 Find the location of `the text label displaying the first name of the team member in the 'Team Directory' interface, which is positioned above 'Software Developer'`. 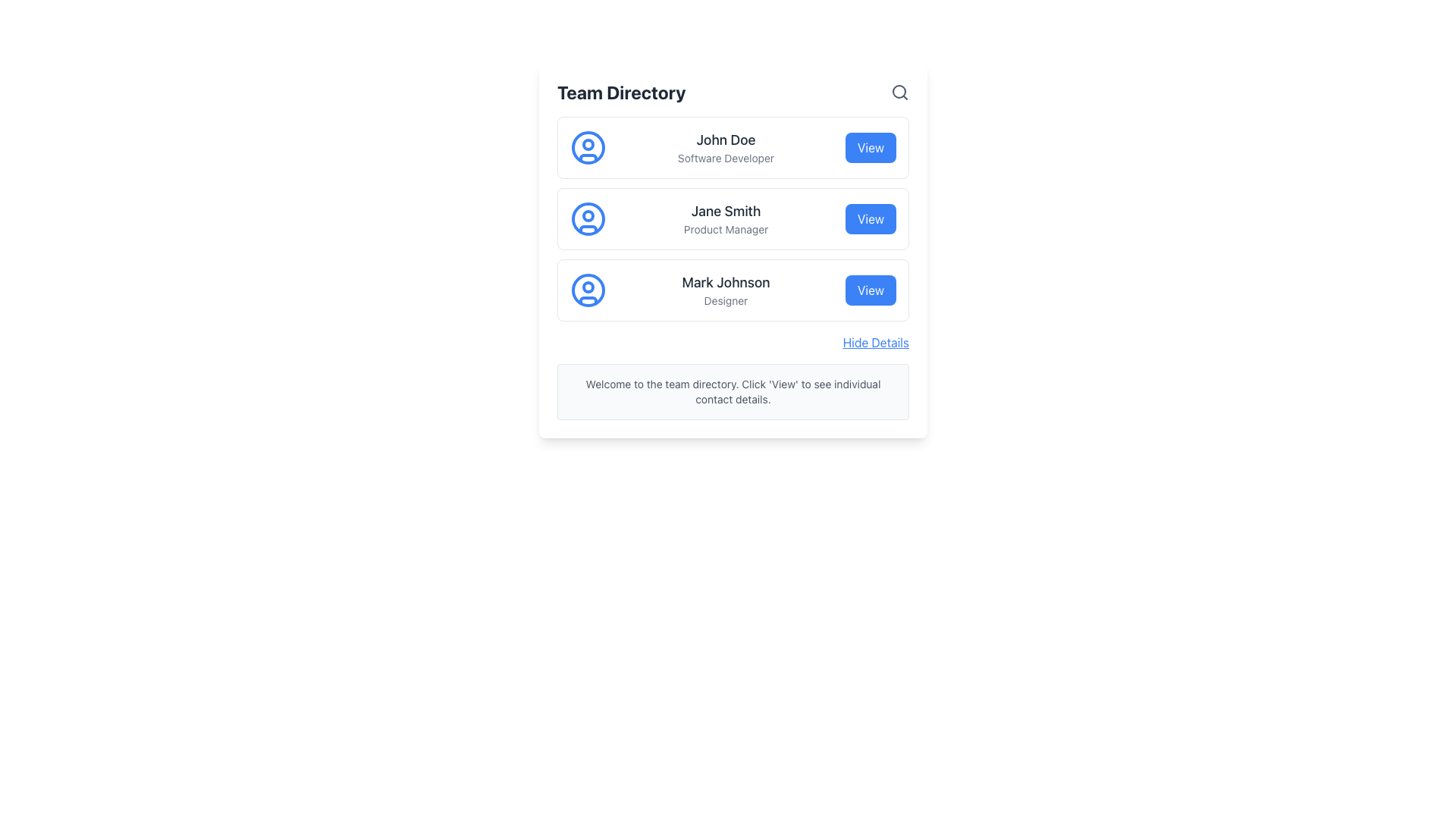

the text label displaying the first name of the team member in the 'Team Directory' interface, which is positioned above 'Software Developer' is located at coordinates (725, 140).